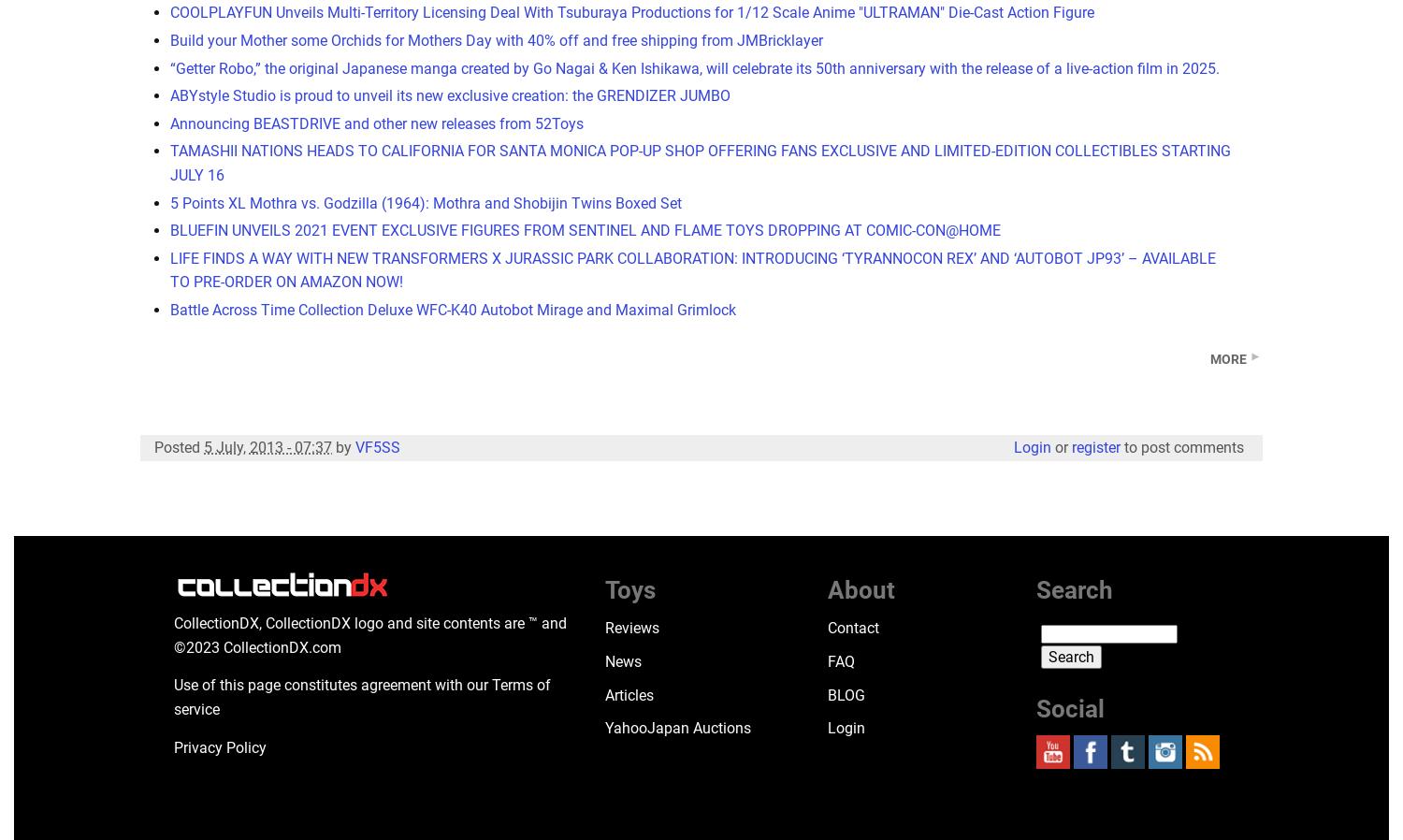 The height and width of the screenshot is (840, 1403). Describe the element at coordinates (604, 627) in the screenshot. I see `'Reviews'` at that location.